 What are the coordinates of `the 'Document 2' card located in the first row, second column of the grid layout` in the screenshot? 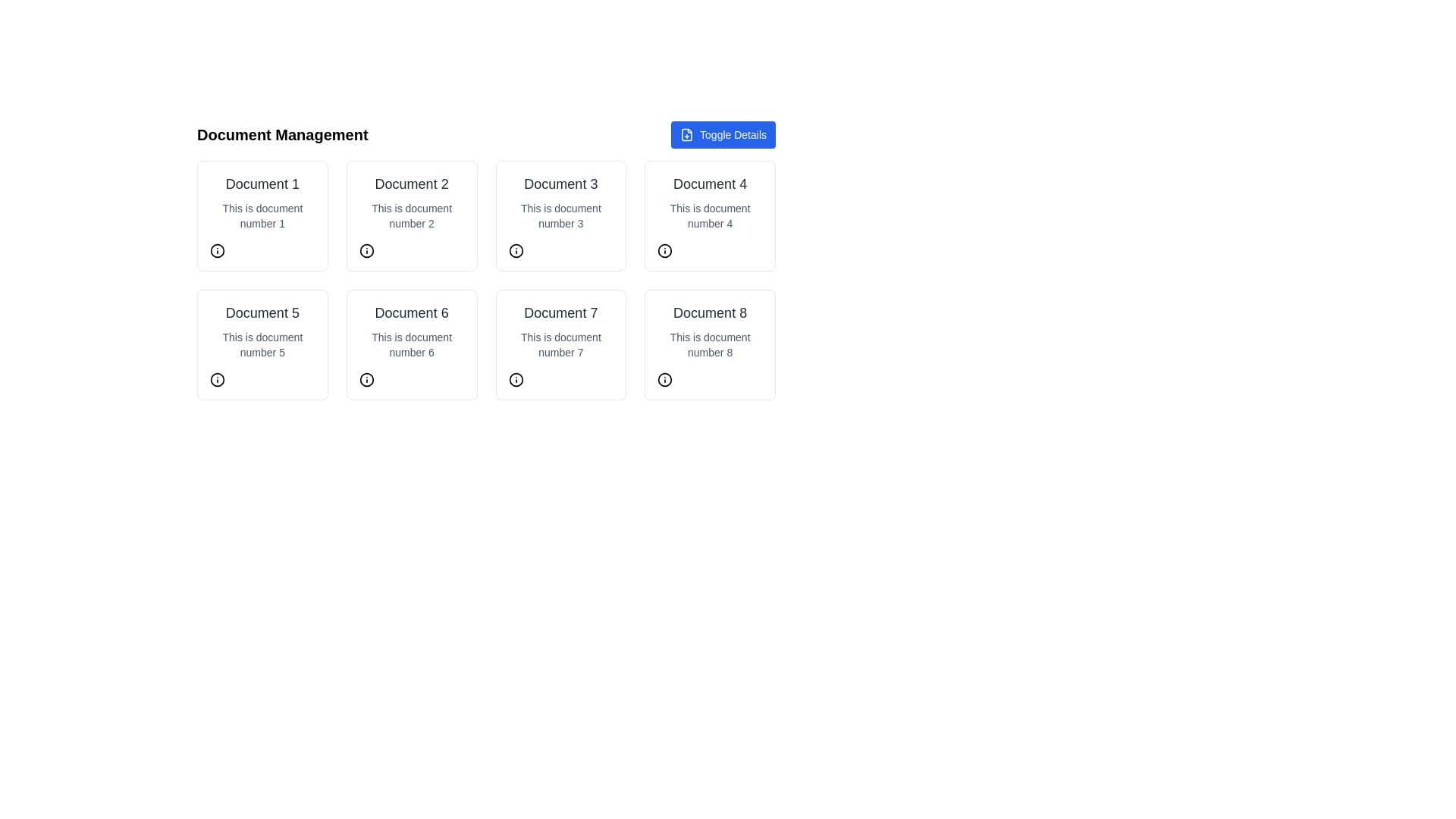 It's located at (412, 216).